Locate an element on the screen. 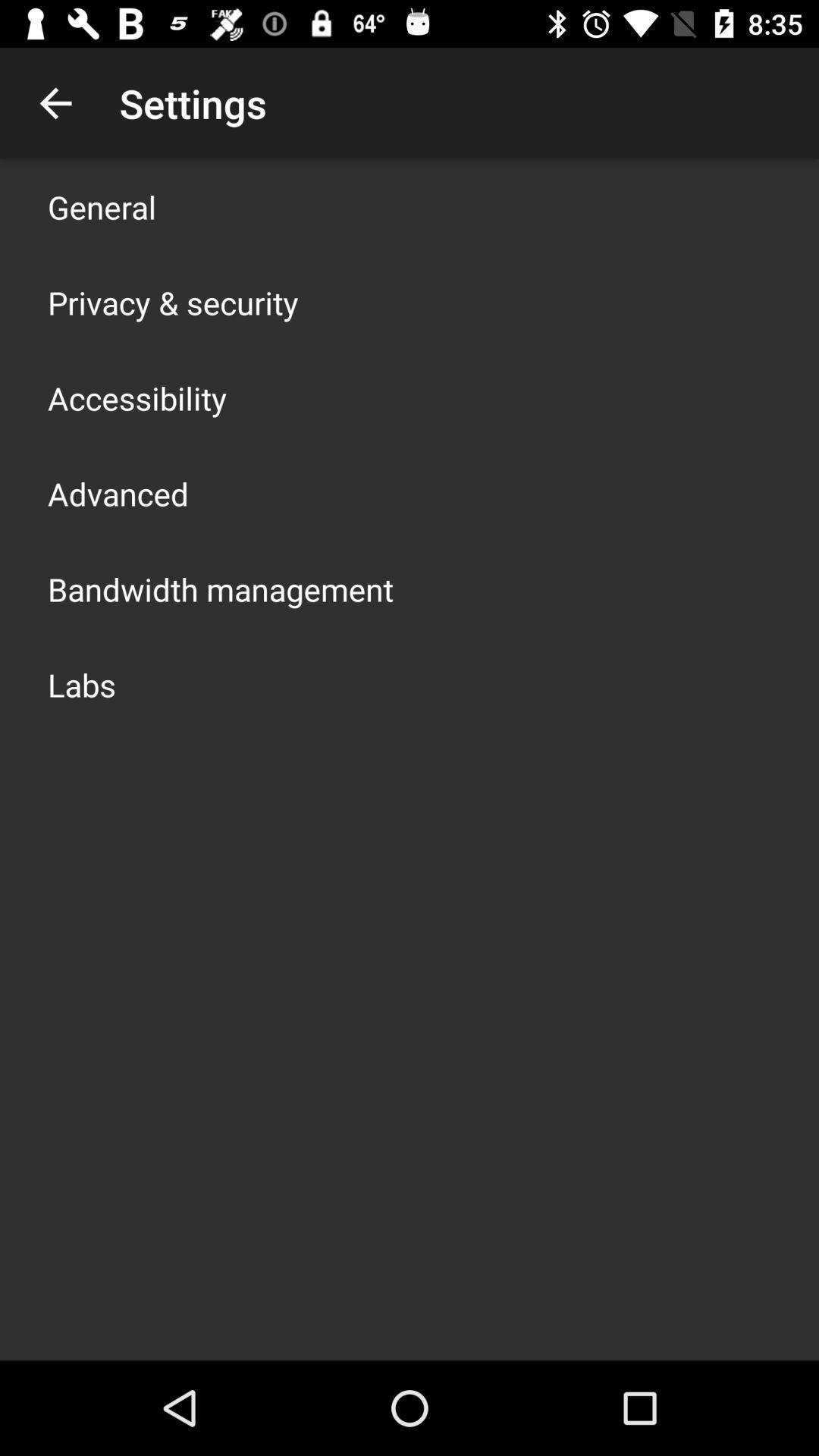 The height and width of the screenshot is (1456, 819). the icon above advanced icon is located at coordinates (137, 397).